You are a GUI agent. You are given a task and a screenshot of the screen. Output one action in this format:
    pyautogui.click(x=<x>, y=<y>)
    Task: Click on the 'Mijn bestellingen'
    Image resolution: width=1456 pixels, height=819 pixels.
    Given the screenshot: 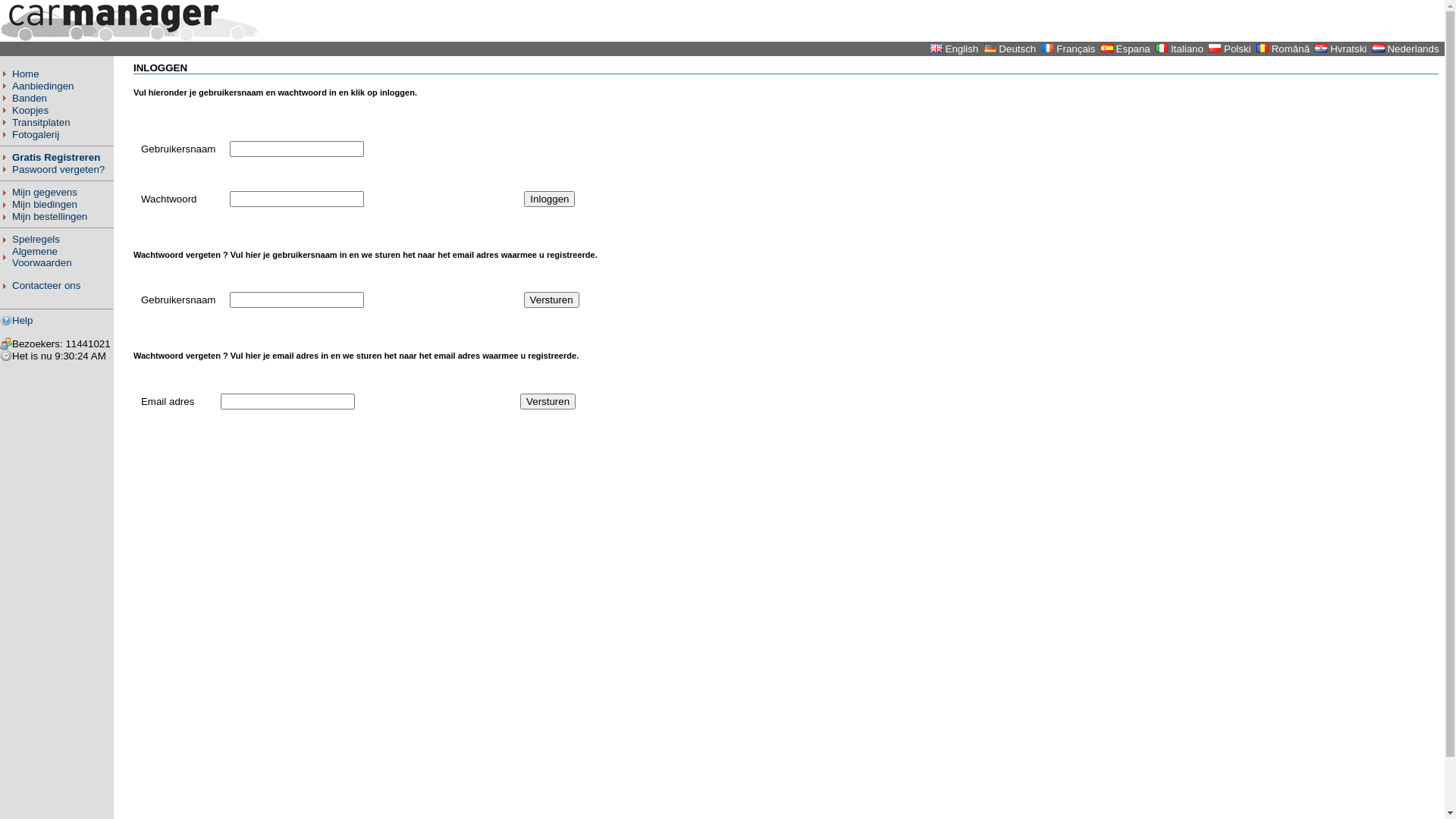 What is the action you would take?
    pyautogui.click(x=49, y=216)
    